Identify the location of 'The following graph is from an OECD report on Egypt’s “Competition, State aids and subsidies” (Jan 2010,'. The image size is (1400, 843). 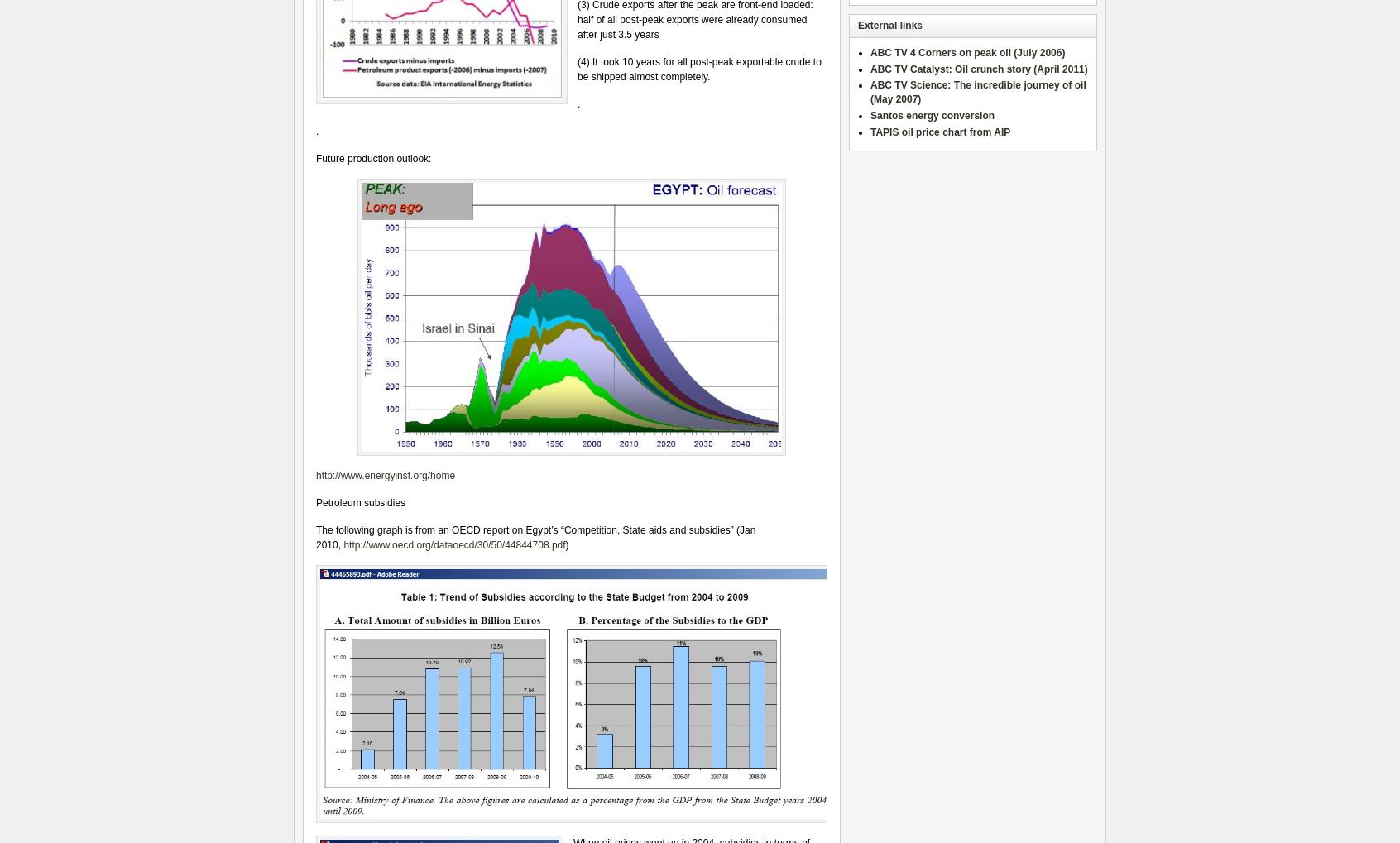
(535, 537).